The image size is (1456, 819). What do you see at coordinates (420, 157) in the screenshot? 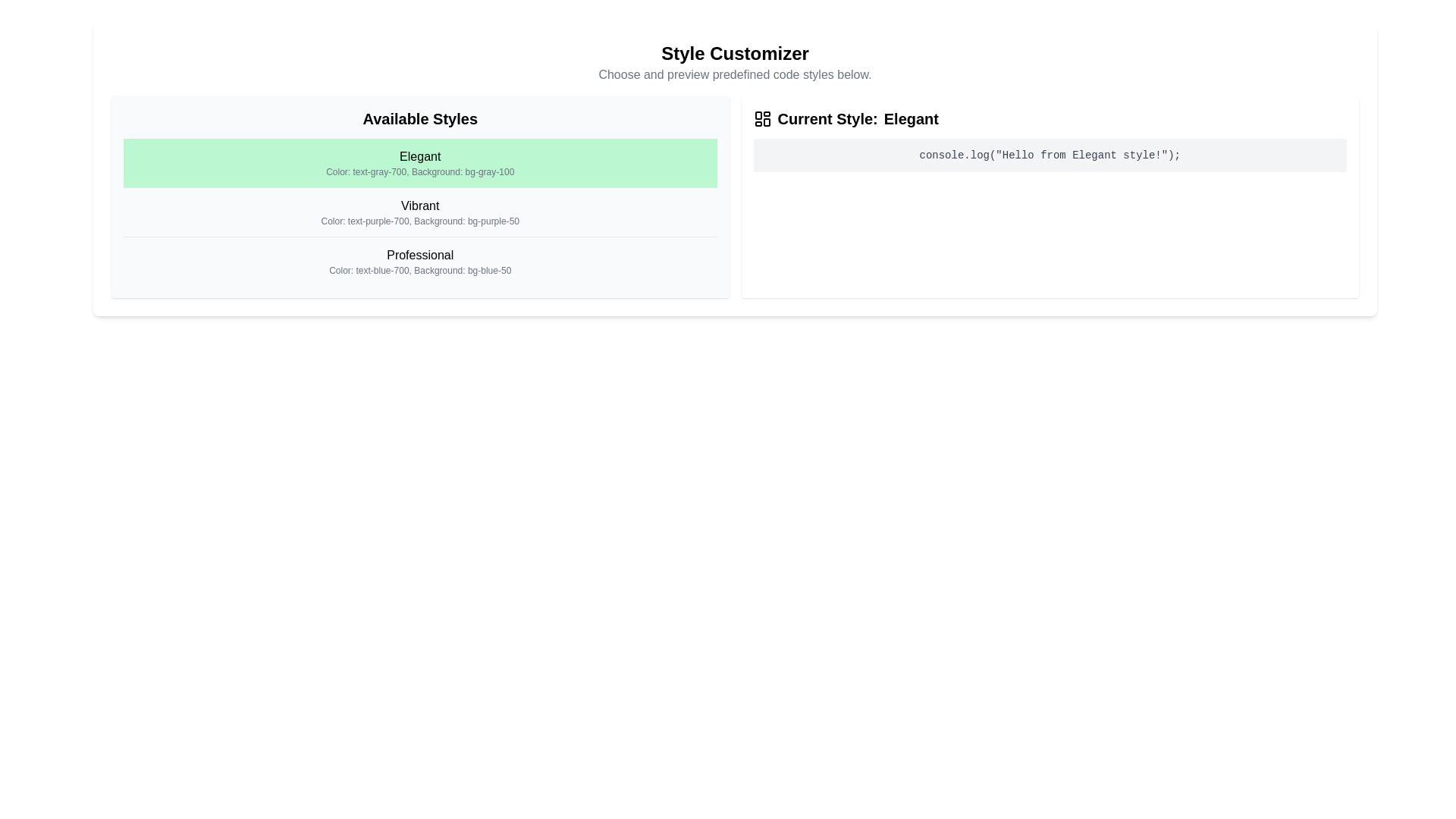
I see `the textual label element that describes the currently active style, located in the top section of the 'Available Styles' list with a soft green background` at bounding box center [420, 157].